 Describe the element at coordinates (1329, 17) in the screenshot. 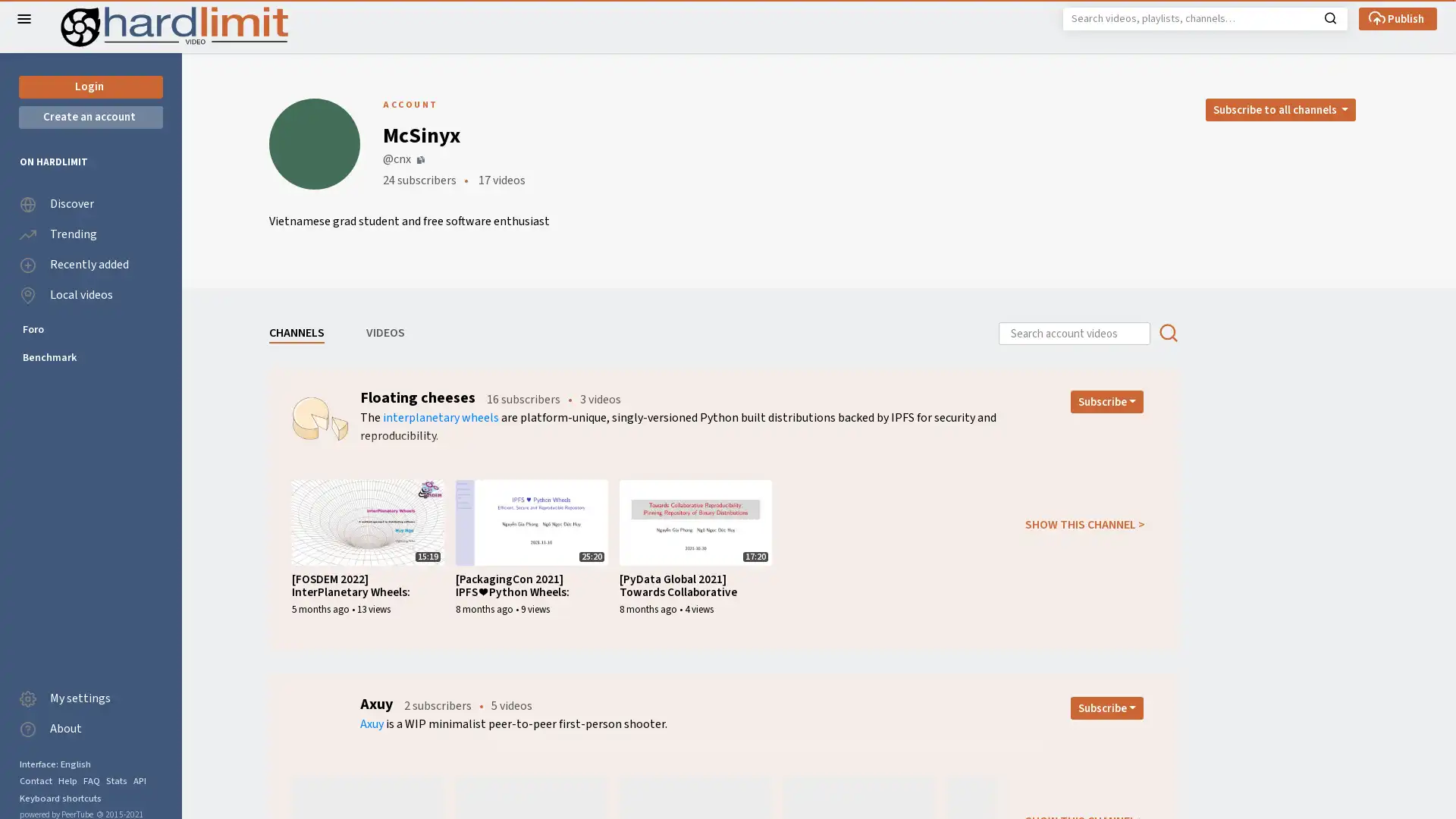

I see `Search` at that location.